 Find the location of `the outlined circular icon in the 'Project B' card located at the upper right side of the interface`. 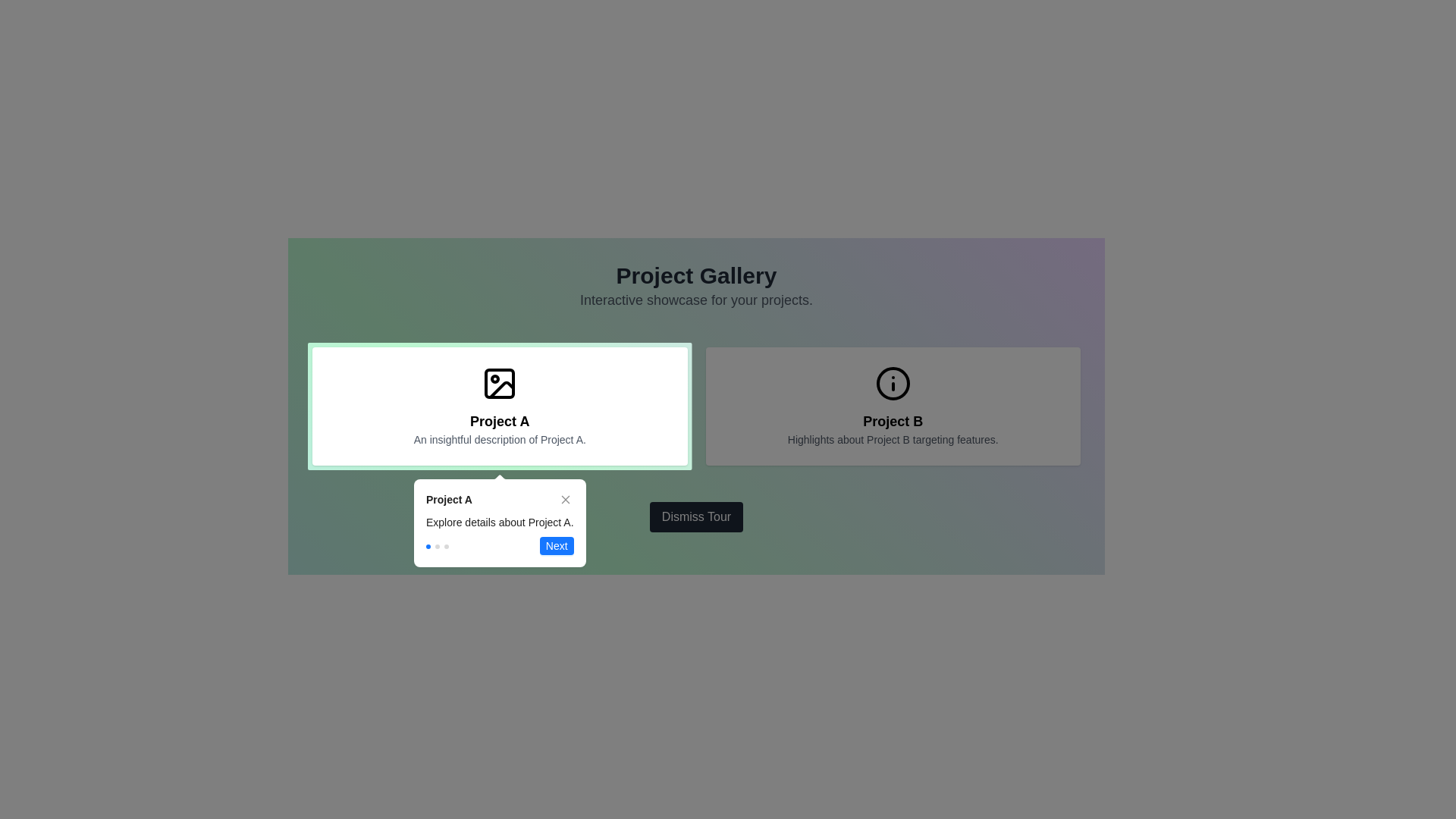

the outlined circular icon in the 'Project B' card located at the upper right side of the interface is located at coordinates (893, 382).